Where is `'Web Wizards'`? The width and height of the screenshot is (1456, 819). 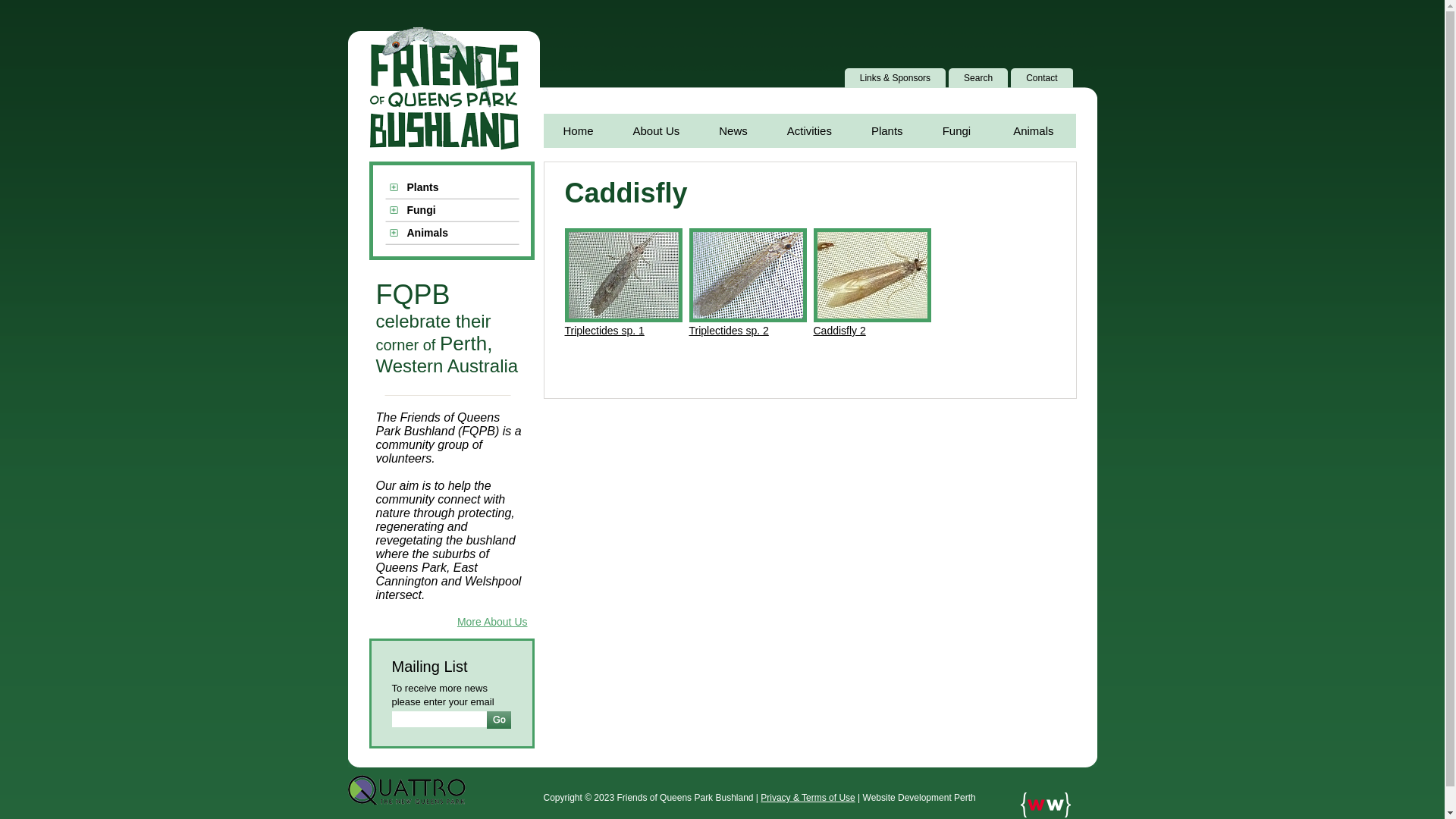 'Web Wizards' is located at coordinates (1044, 804).